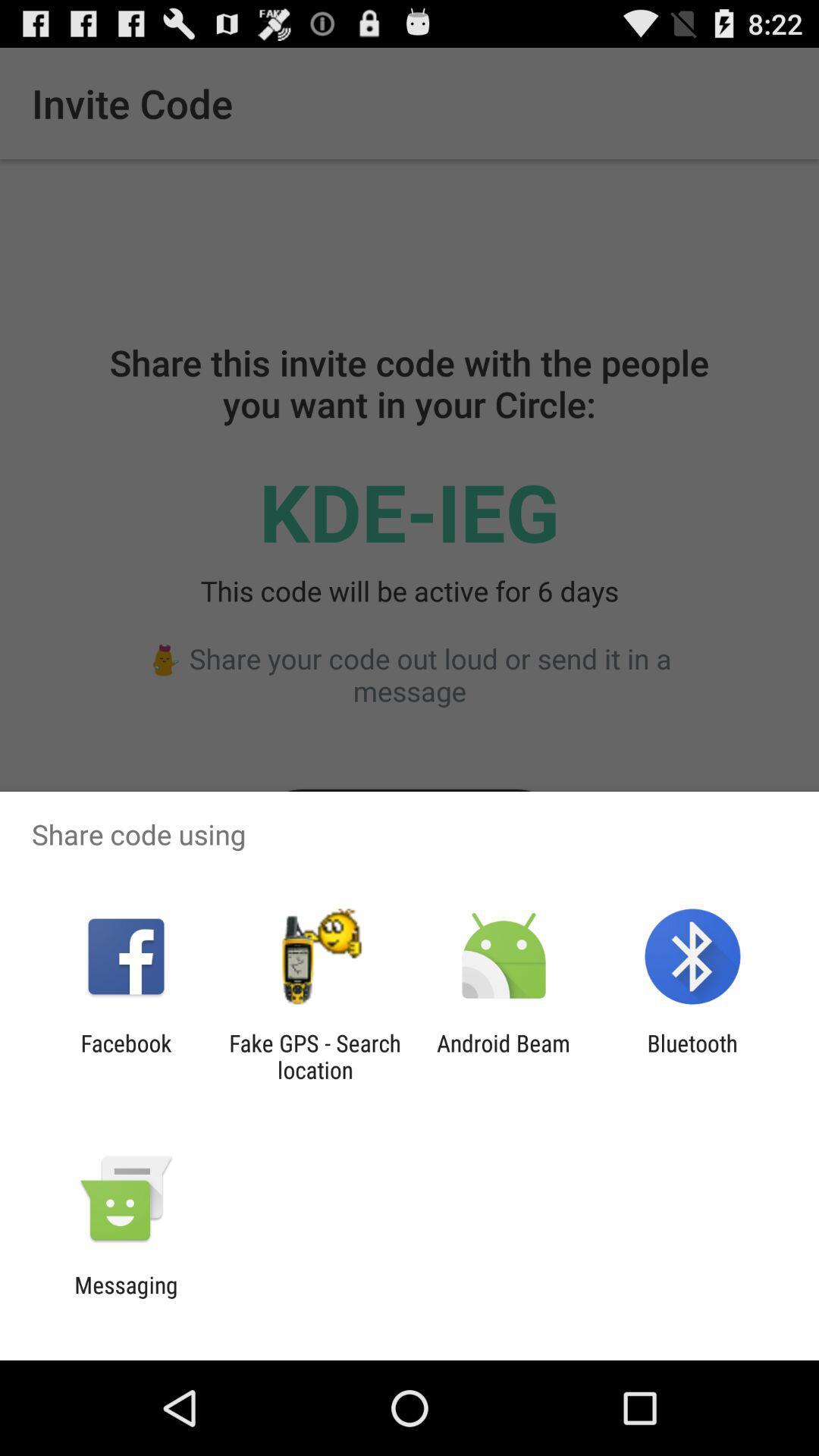 The width and height of the screenshot is (819, 1456). What do you see at coordinates (314, 1056) in the screenshot?
I see `the item next to facebook icon` at bounding box center [314, 1056].